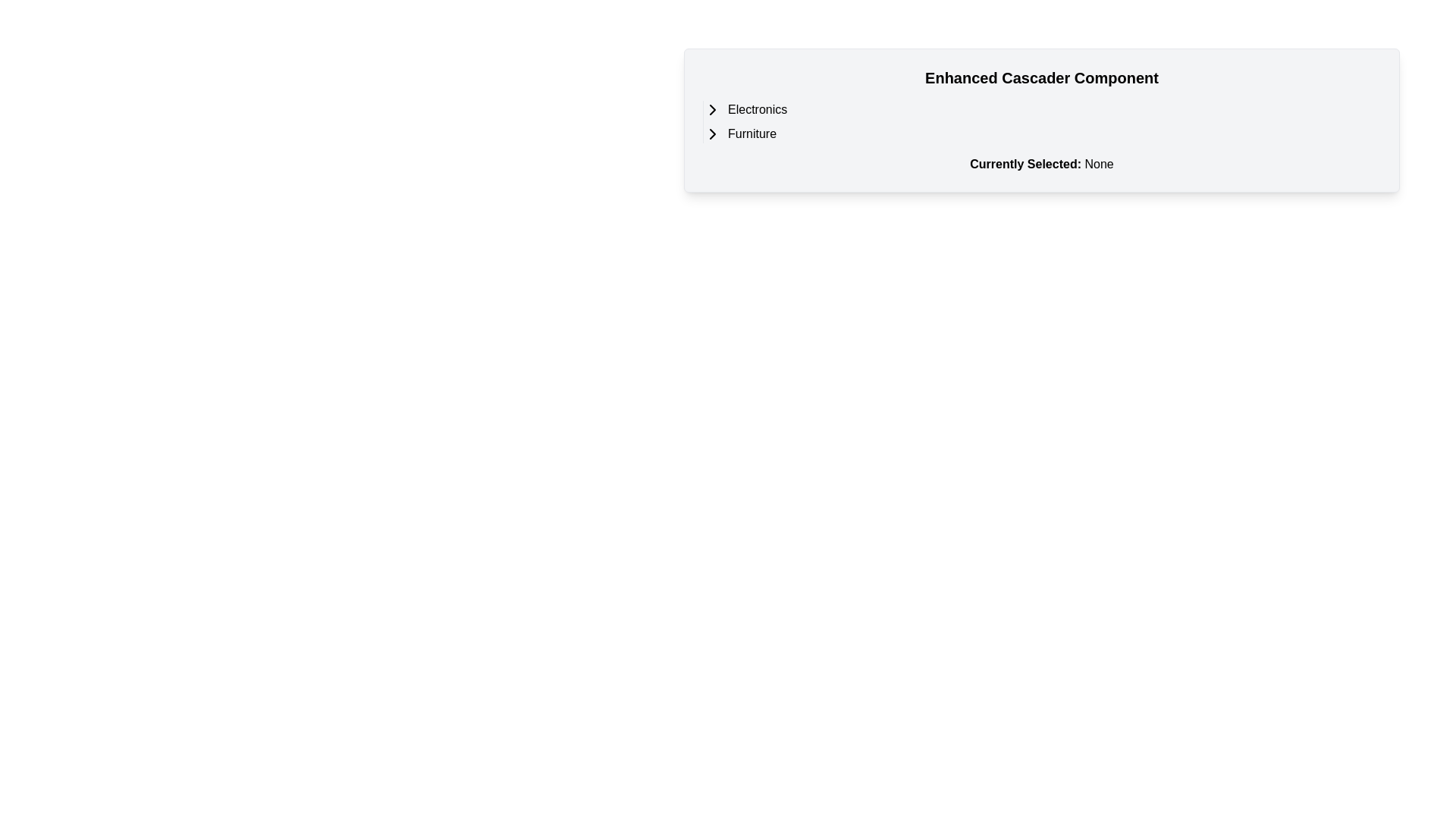 This screenshot has width=1456, height=819. What do you see at coordinates (752, 133) in the screenshot?
I see `the 'Furniture' text label` at bounding box center [752, 133].